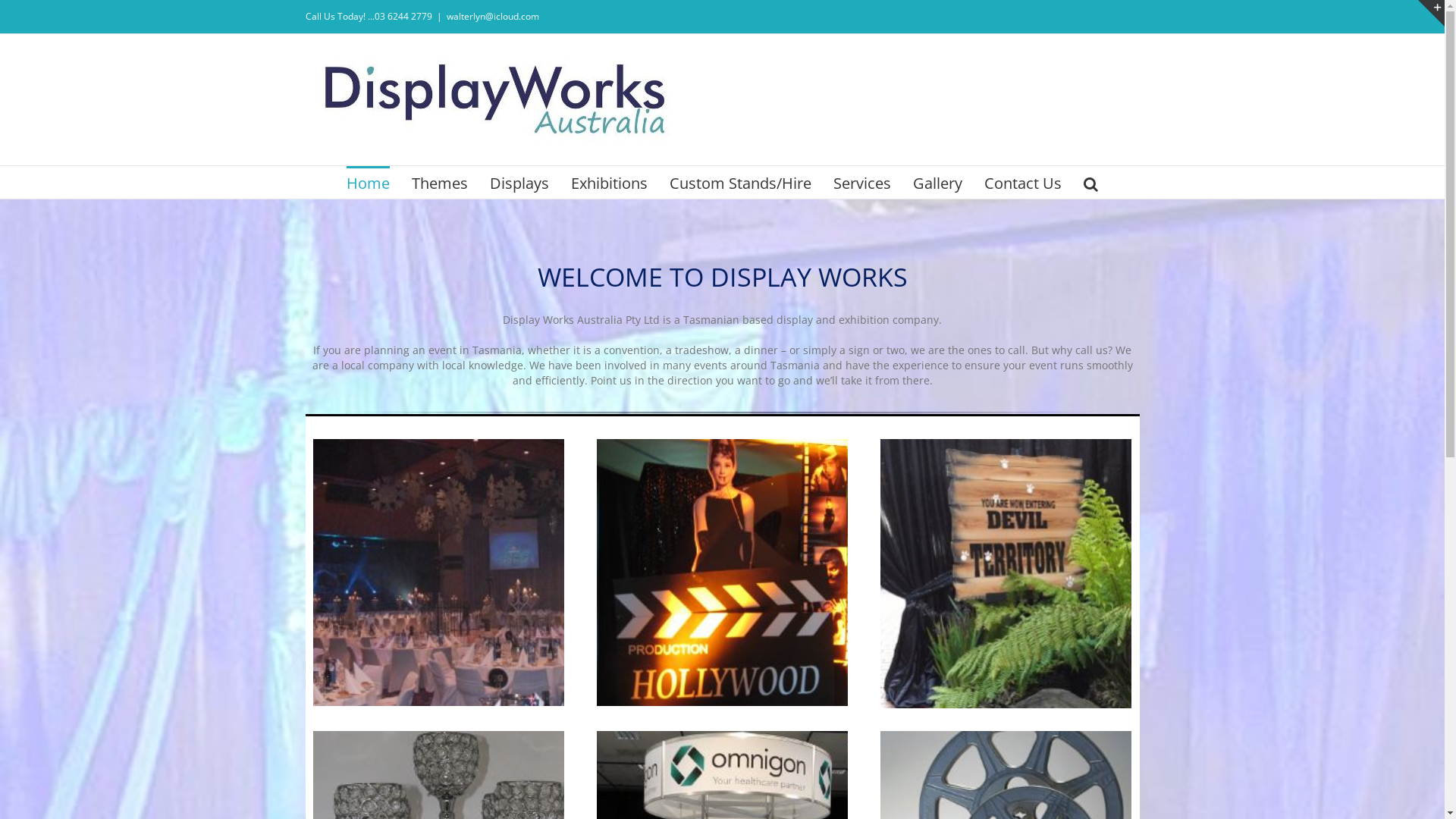 This screenshot has height=819, width=1456. What do you see at coordinates (862, 181) in the screenshot?
I see `'Services'` at bounding box center [862, 181].